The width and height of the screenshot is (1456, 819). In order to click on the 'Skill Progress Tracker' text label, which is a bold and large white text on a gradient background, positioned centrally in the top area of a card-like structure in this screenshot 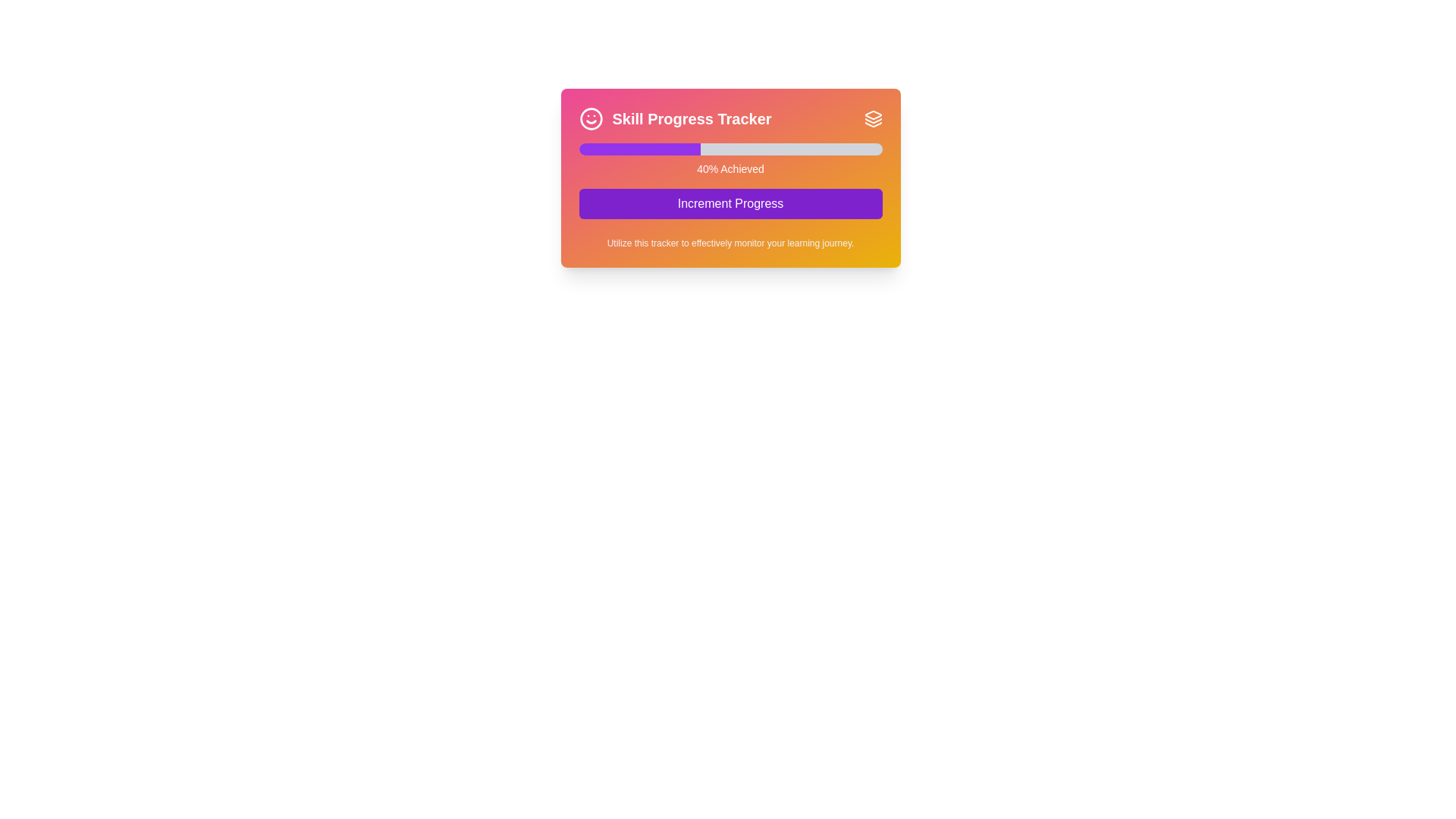, I will do `click(691, 118)`.